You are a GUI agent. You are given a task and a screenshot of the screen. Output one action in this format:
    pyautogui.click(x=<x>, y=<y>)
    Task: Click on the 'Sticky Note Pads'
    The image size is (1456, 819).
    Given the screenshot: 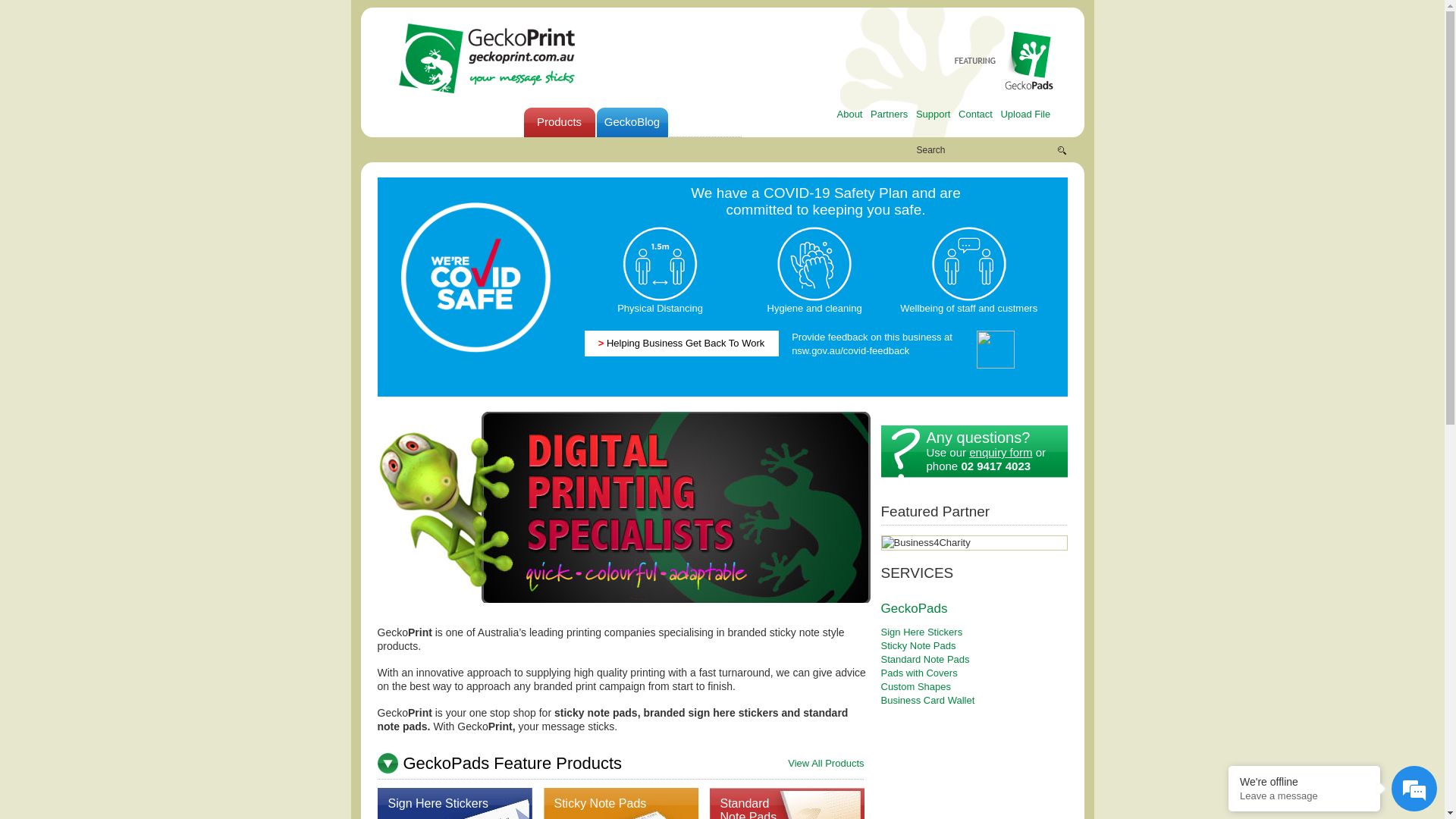 What is the action you would take?
    pyautogui.click(x=599, y=802)
    